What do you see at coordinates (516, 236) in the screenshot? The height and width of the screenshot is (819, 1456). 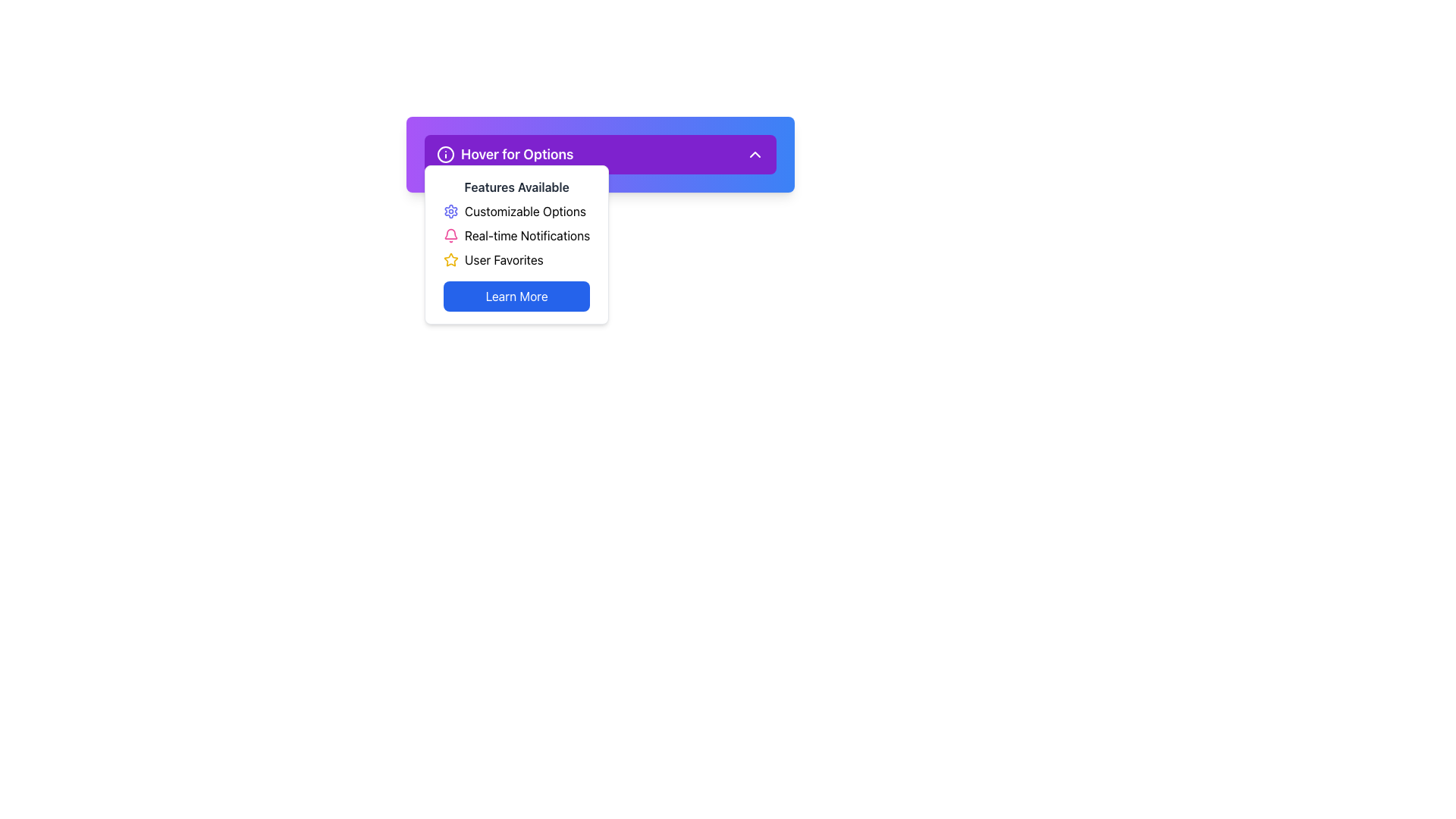 I see `the second item in the Menu list, which has the icon of a bell and the text 'Real-time Notifications'` at bounding box center [516, 236].